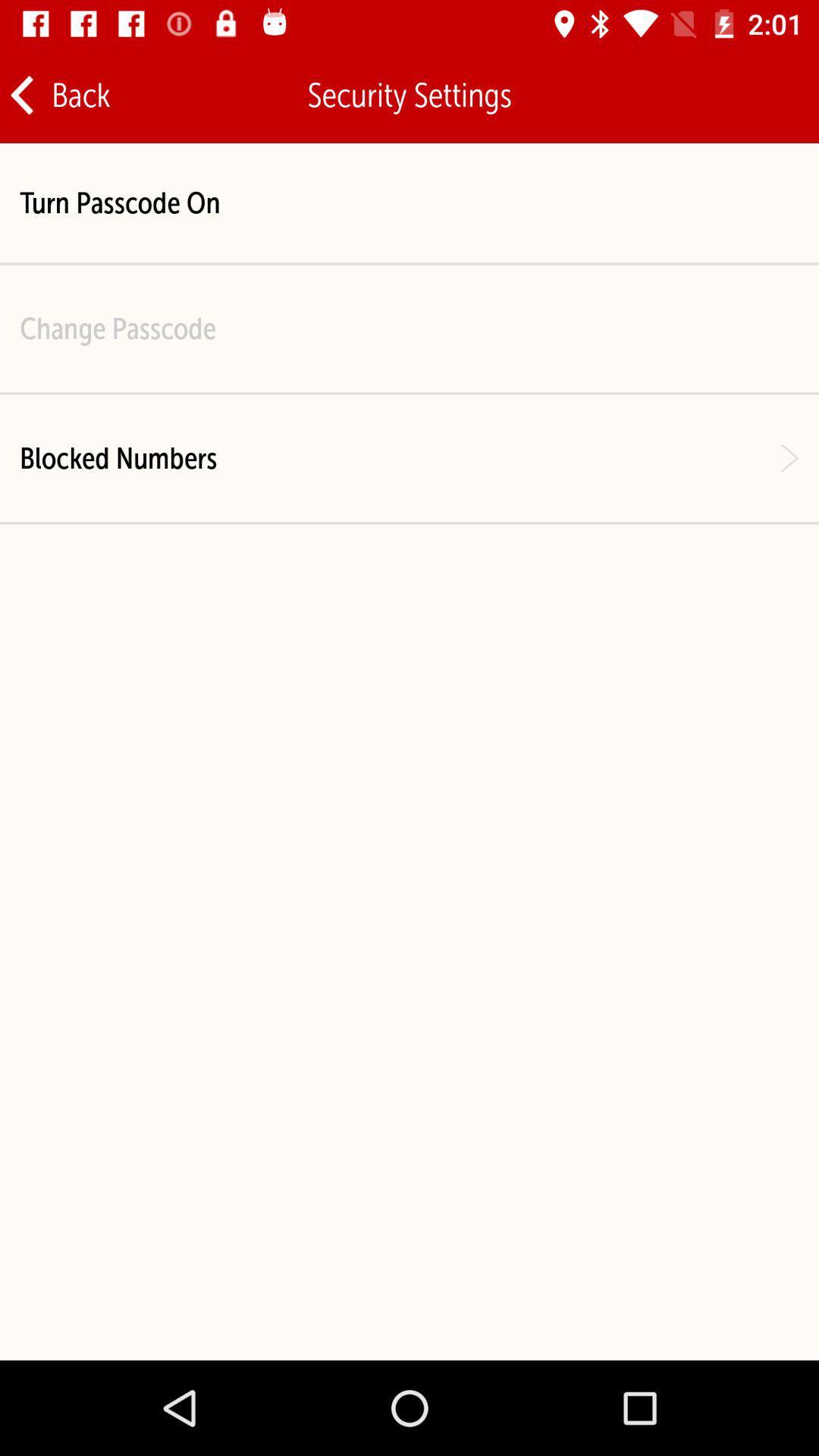 The width and height of the screenshot is (819, 1456). Describe the element at coordinates (58, 94) in the screenshot. I see `the icon to the left of the security settings item` at that location.